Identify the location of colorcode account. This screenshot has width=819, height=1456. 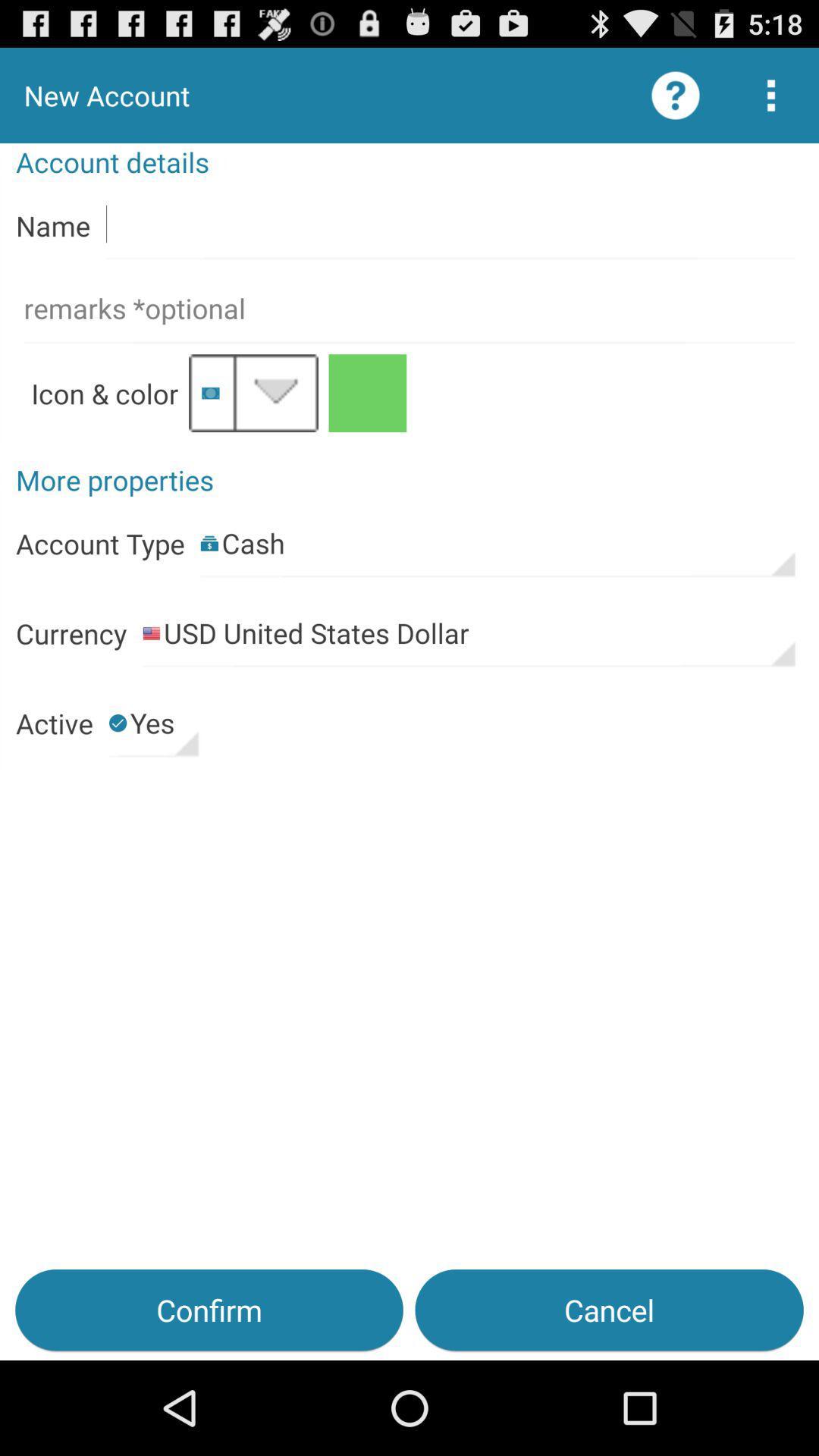
(367, 393).